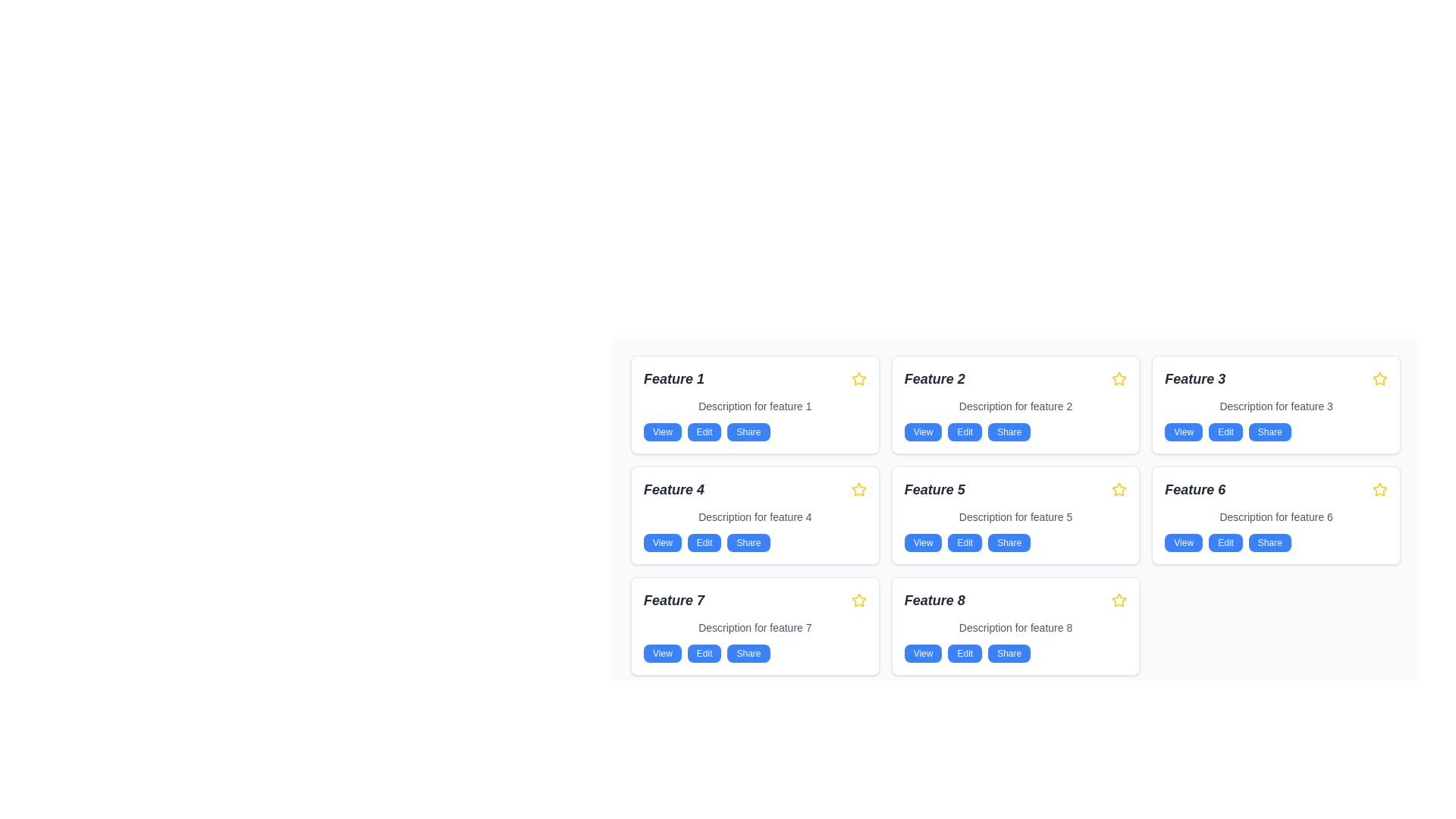  What do you see at coordinates (662, 652) in the screenshot?
I see `the 'View' button, which is the first button in a group of three (View, Edit, Share) located at the bottom of the 'Feature 7' section` at bounding box center [662, 652].